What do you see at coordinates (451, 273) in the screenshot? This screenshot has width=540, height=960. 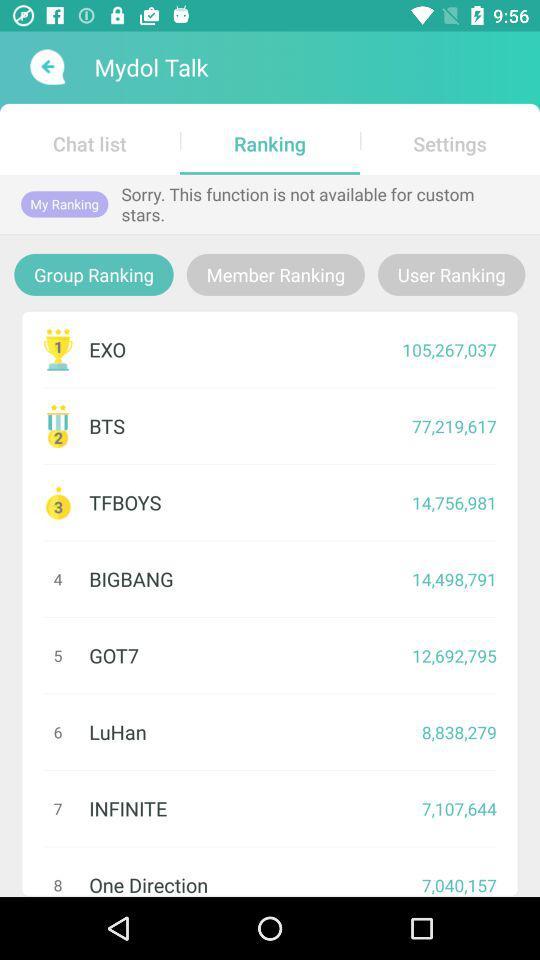 I see `the item to the right of member ranking` at bounding box center [451, 273].